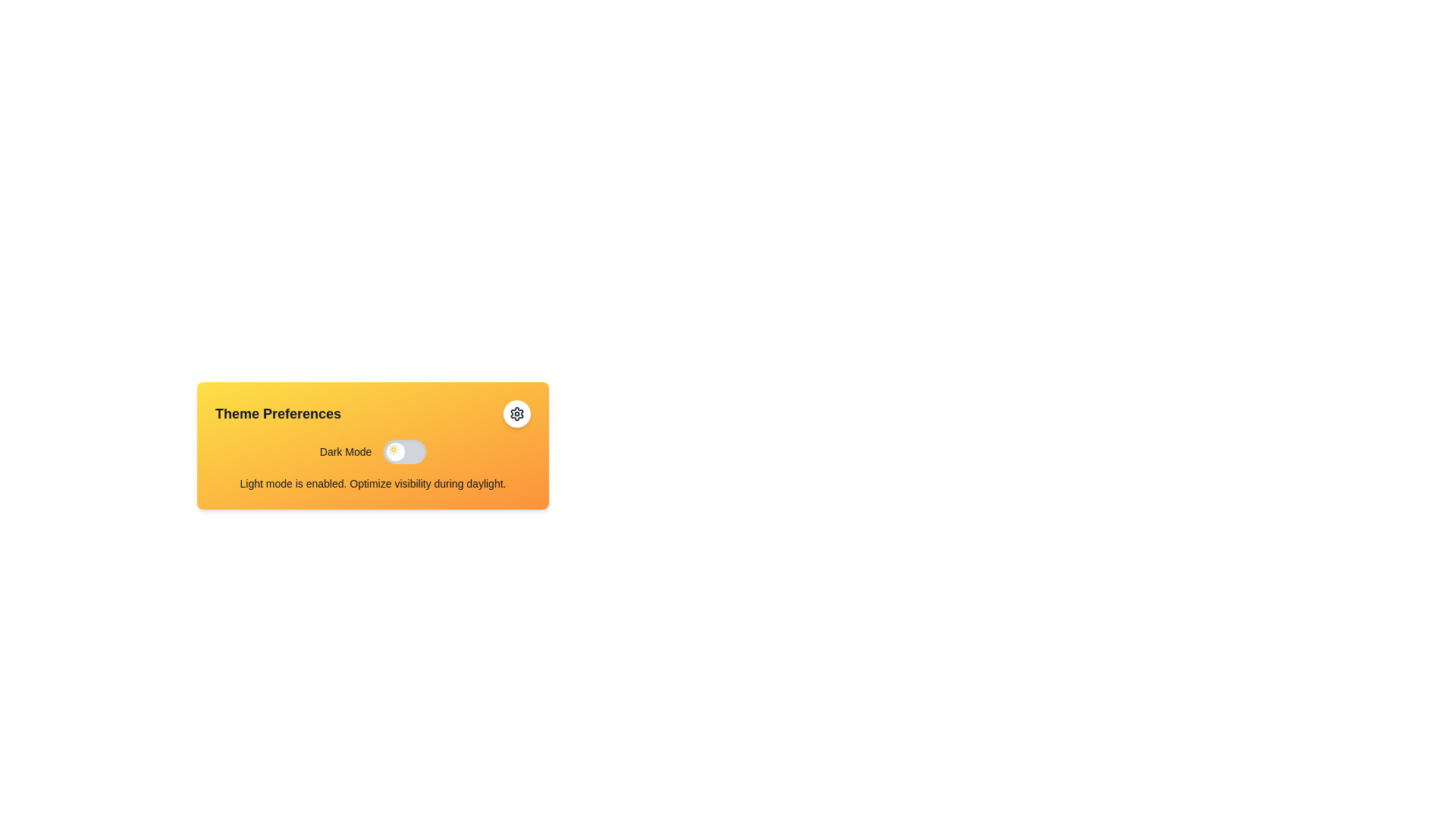  I want to click on the 'Dark Mode' label located in the 'Theme Preferences' section, which is styled in a bold serif typeface and positioned to the left of the toggle switch, so click(345, 451).